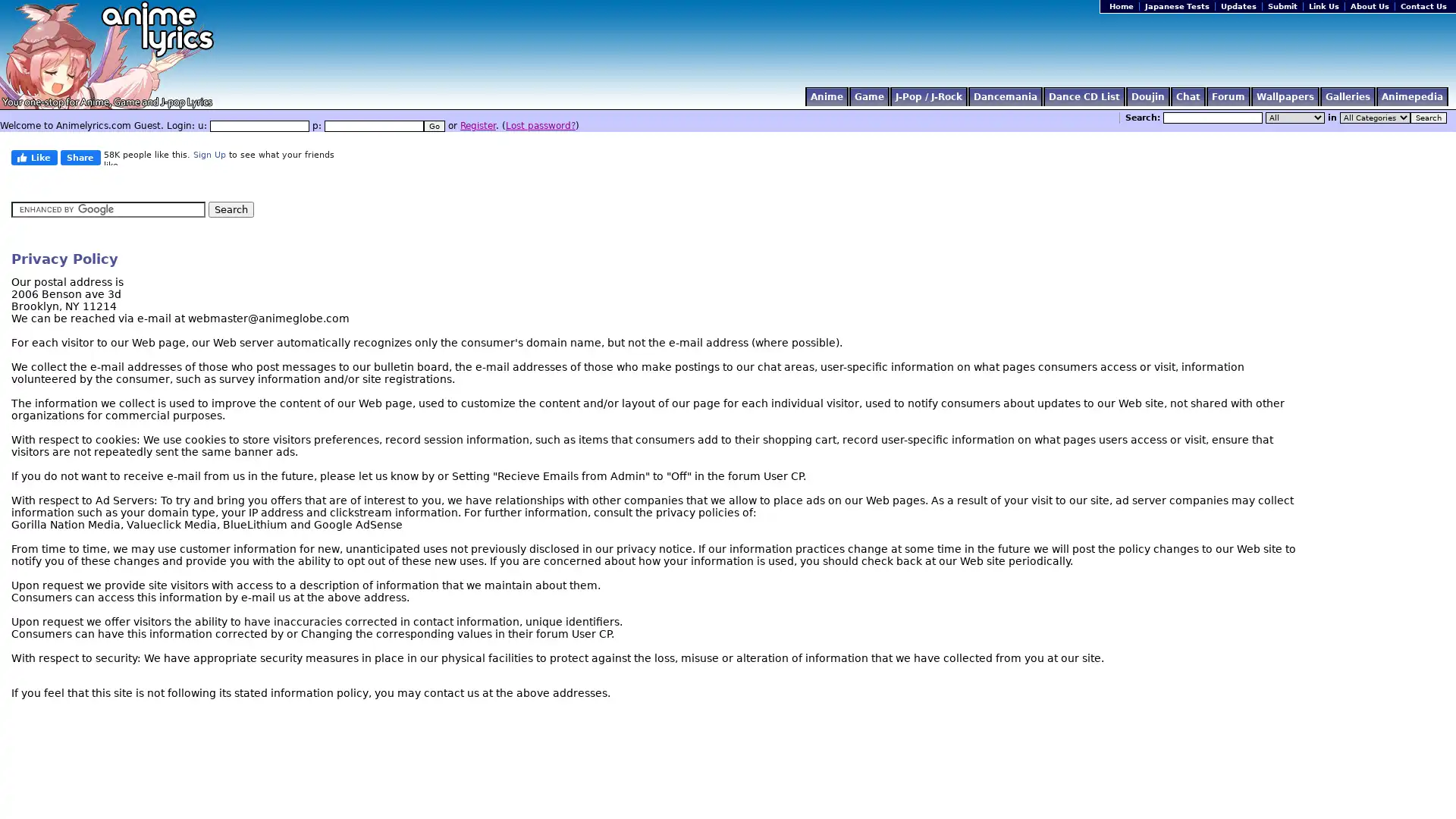  What do you see at coordinates (1427, 117) in the screenshot?
I see `Search` at bounding box center [1427, 117].